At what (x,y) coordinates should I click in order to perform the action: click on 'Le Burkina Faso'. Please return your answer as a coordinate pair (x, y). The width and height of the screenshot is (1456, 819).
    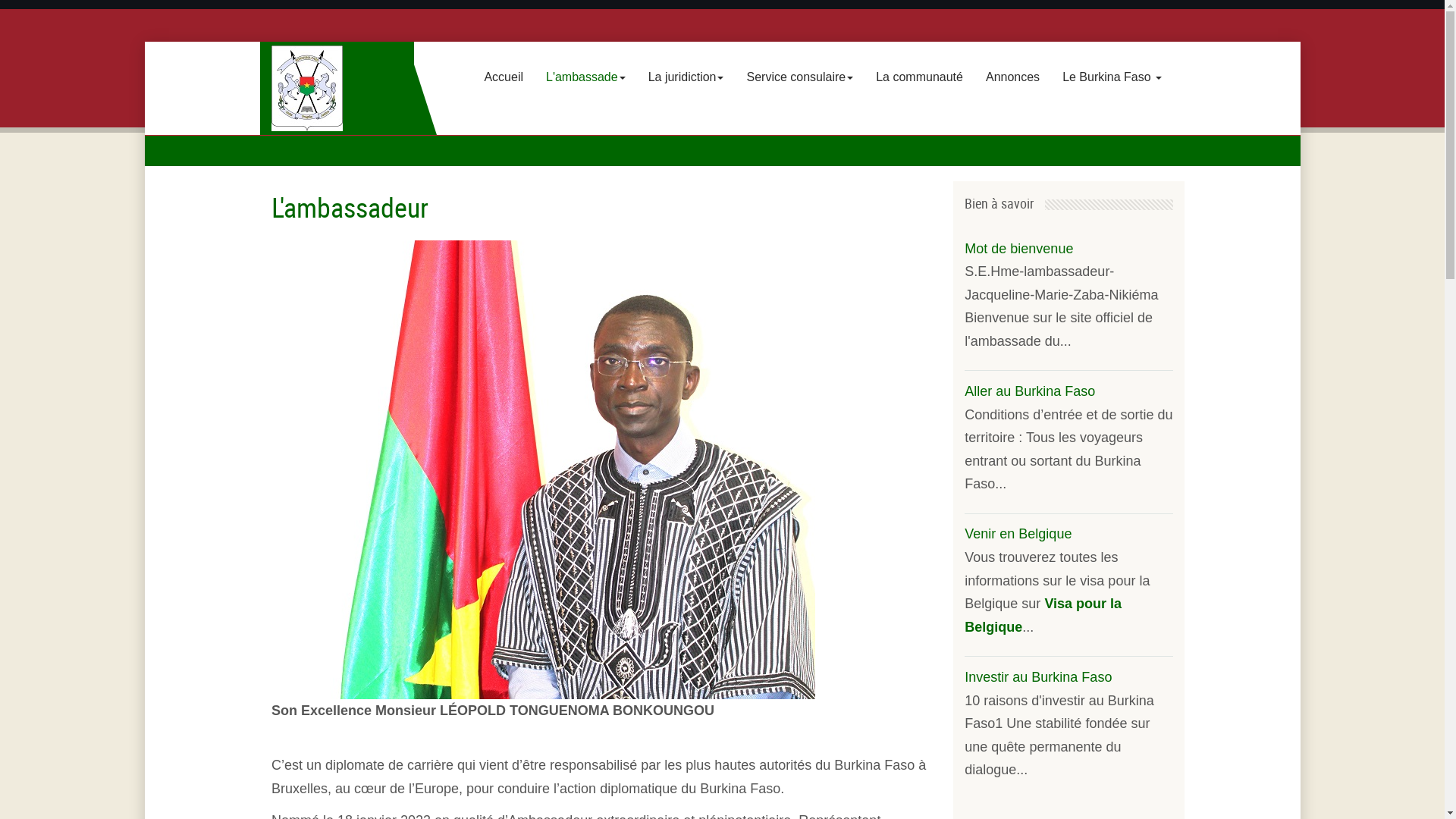
    Looking at the image, I should click on (1050, 77).